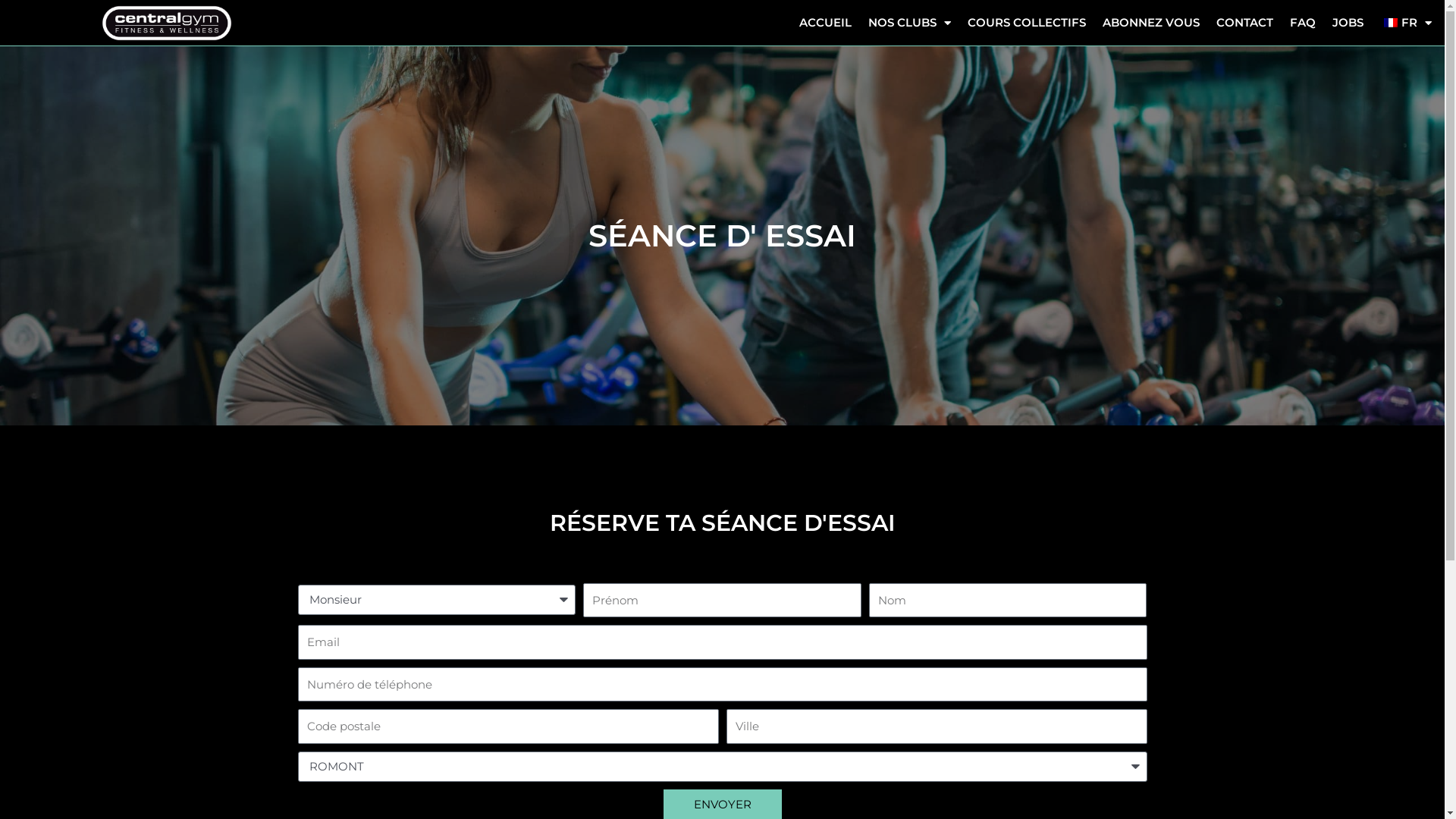 The height and width of the screenshot is (819, 1456). I want to click on 'FR', so click(1404, 23).